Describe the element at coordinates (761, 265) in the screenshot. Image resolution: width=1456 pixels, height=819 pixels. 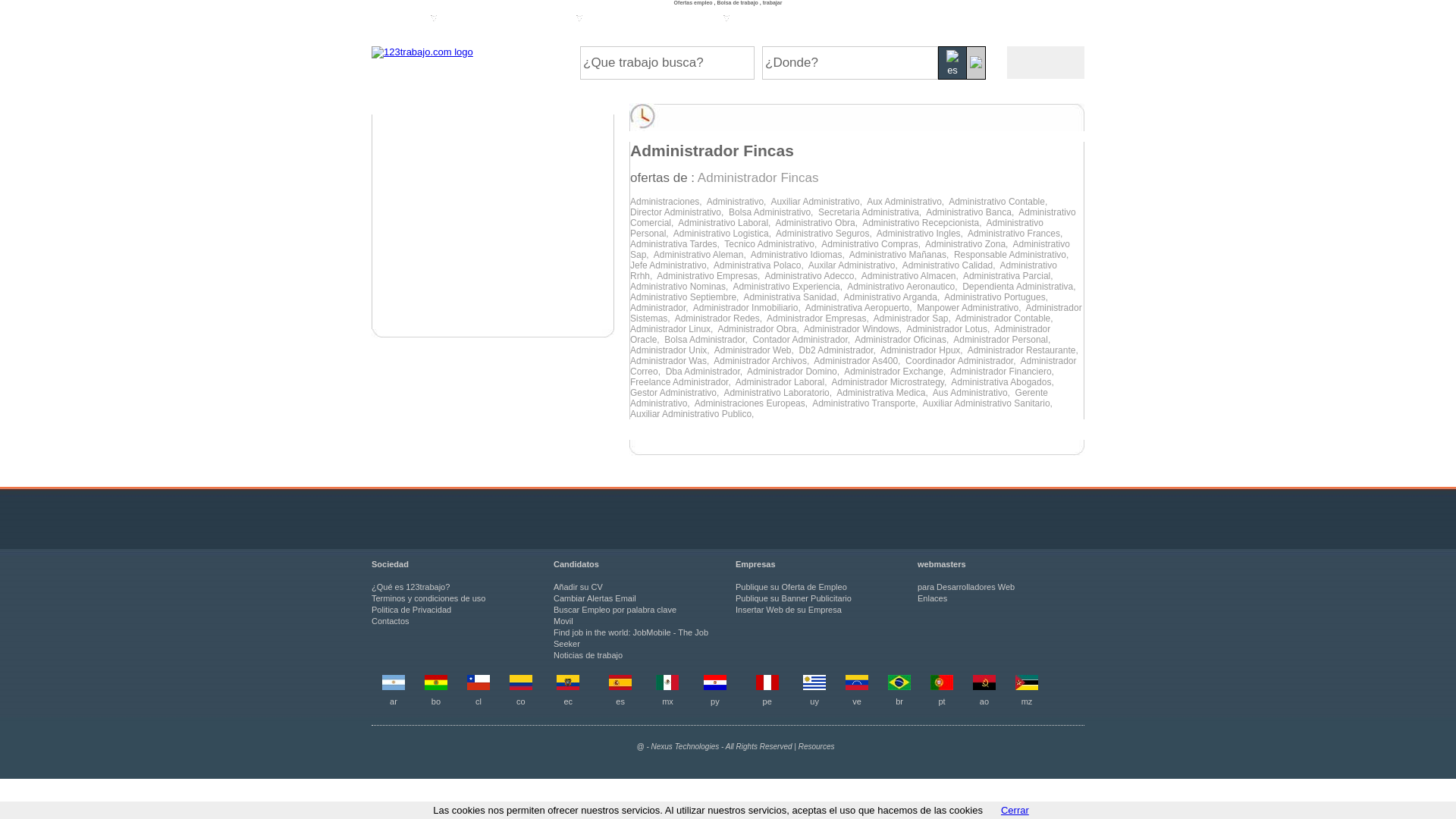
I see `'Administrativa Polaco, '` at that location.